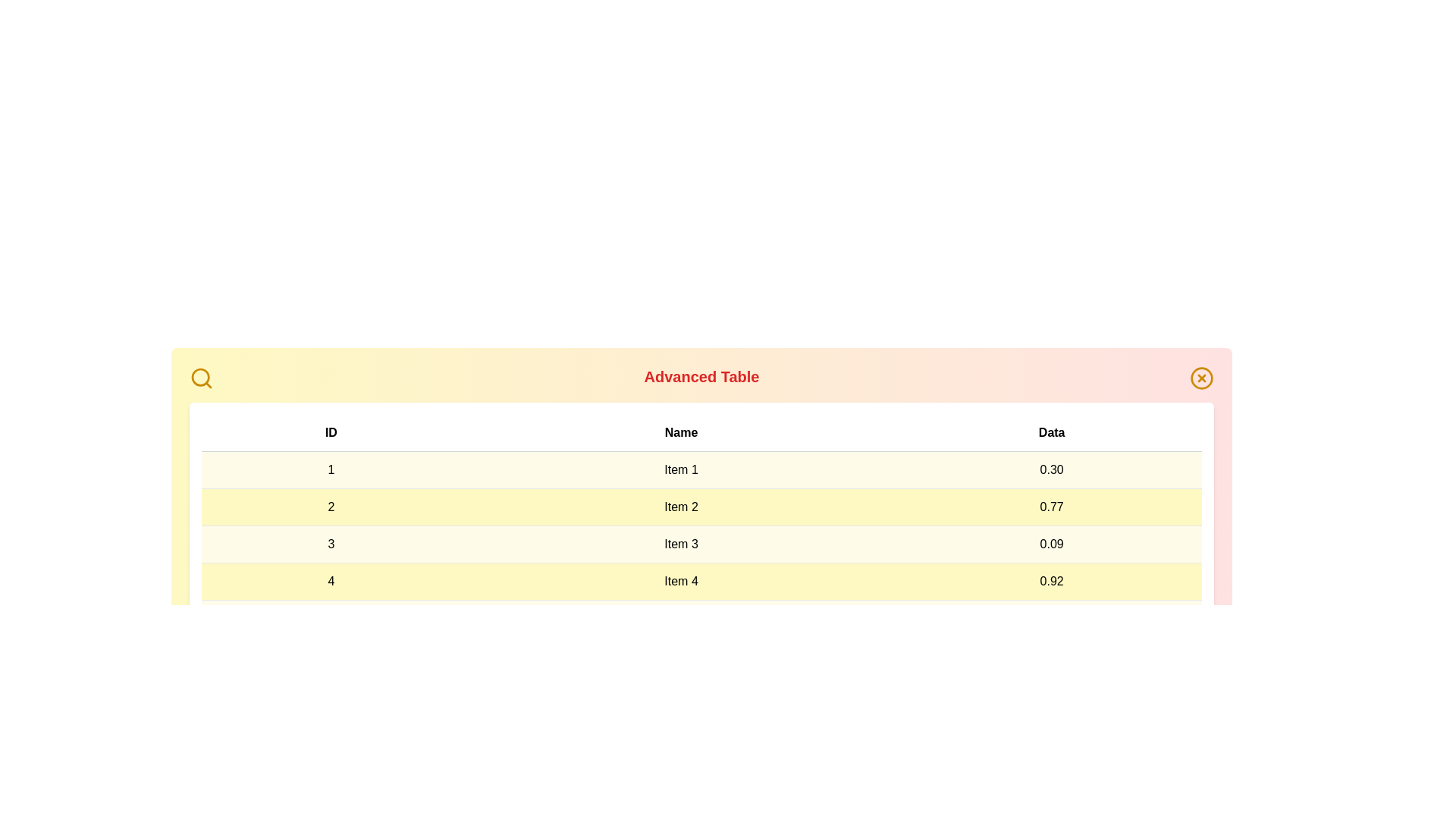  I want to click on the row corresponding to 3, so click(701, 543).